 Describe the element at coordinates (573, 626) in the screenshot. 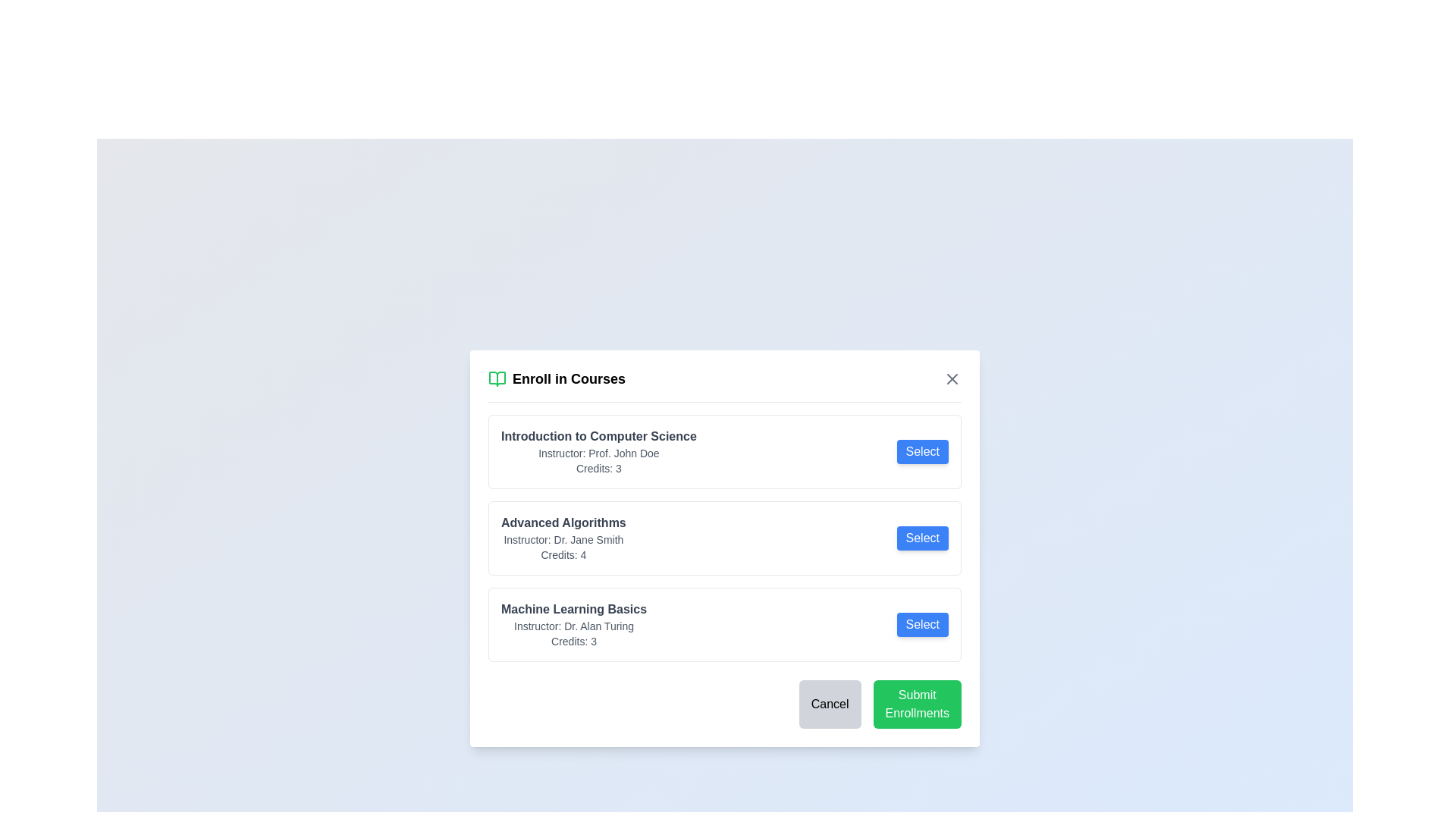

I see `text label displaying the name of the course instructor, which is located beneath the course title 'Machine Learning Basics' and above the 'Credits: 3' text in the course listing interface panel` at that location.